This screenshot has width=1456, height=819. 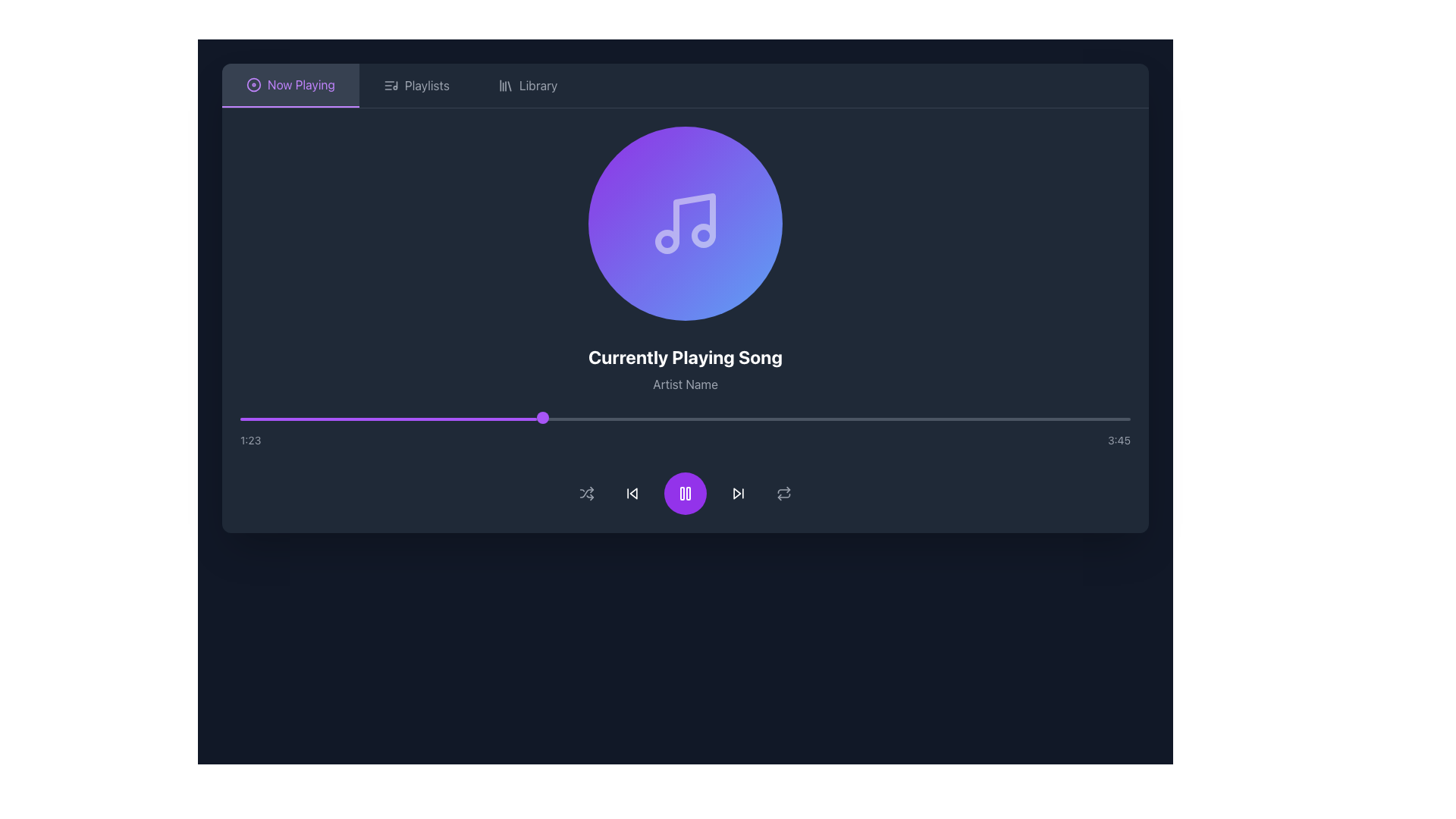 I want to click on the 'Skip Forward' button located centrally among the playback control buttons at the bottom section of the interface, so click(x=739, y=494).